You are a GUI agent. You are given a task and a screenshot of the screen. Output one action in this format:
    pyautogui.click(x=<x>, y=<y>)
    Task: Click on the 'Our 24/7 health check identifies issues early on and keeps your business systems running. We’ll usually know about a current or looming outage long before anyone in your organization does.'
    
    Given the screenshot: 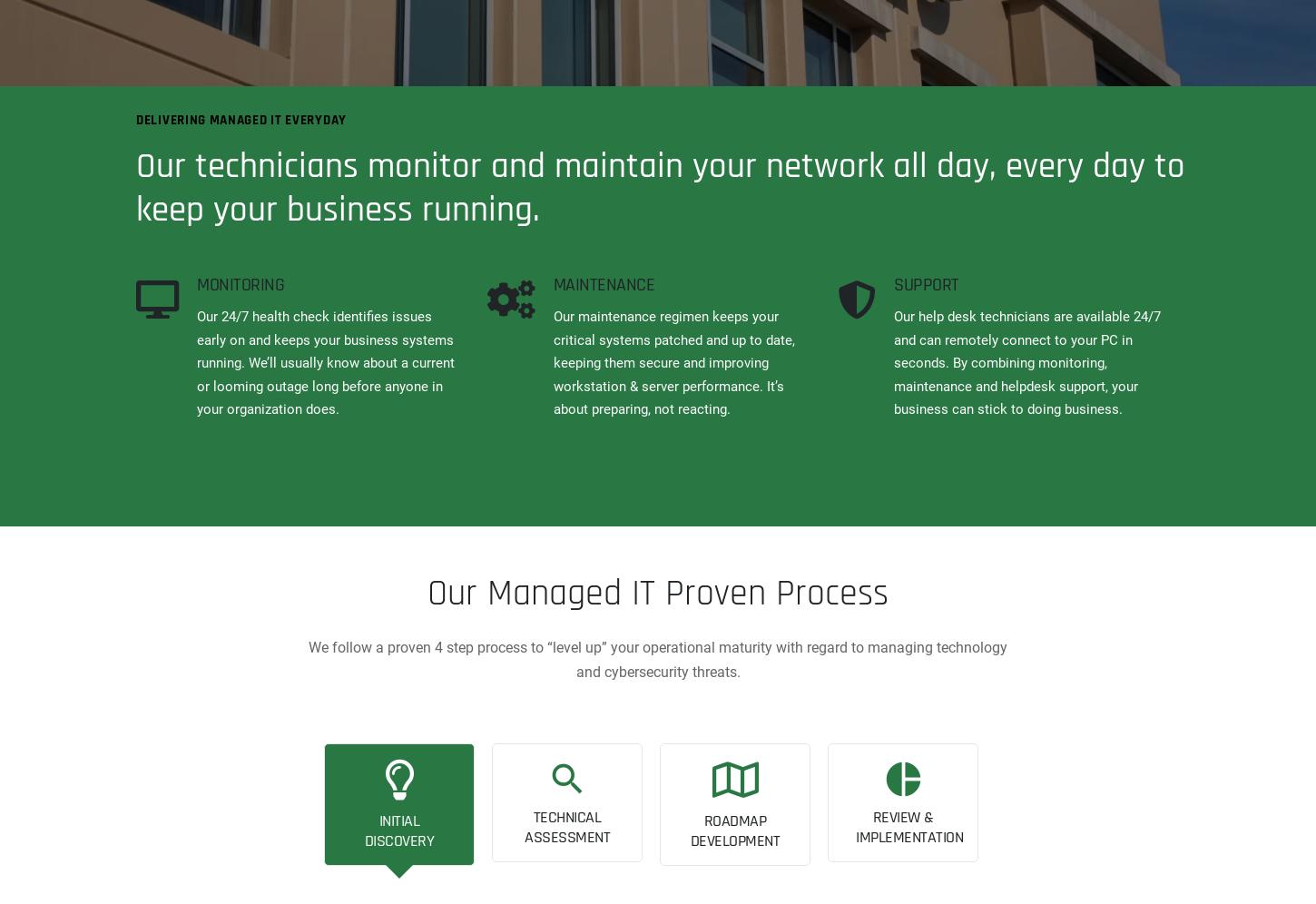 What is the action you would take?
    pyautogui.click(x=326, y=361)
    